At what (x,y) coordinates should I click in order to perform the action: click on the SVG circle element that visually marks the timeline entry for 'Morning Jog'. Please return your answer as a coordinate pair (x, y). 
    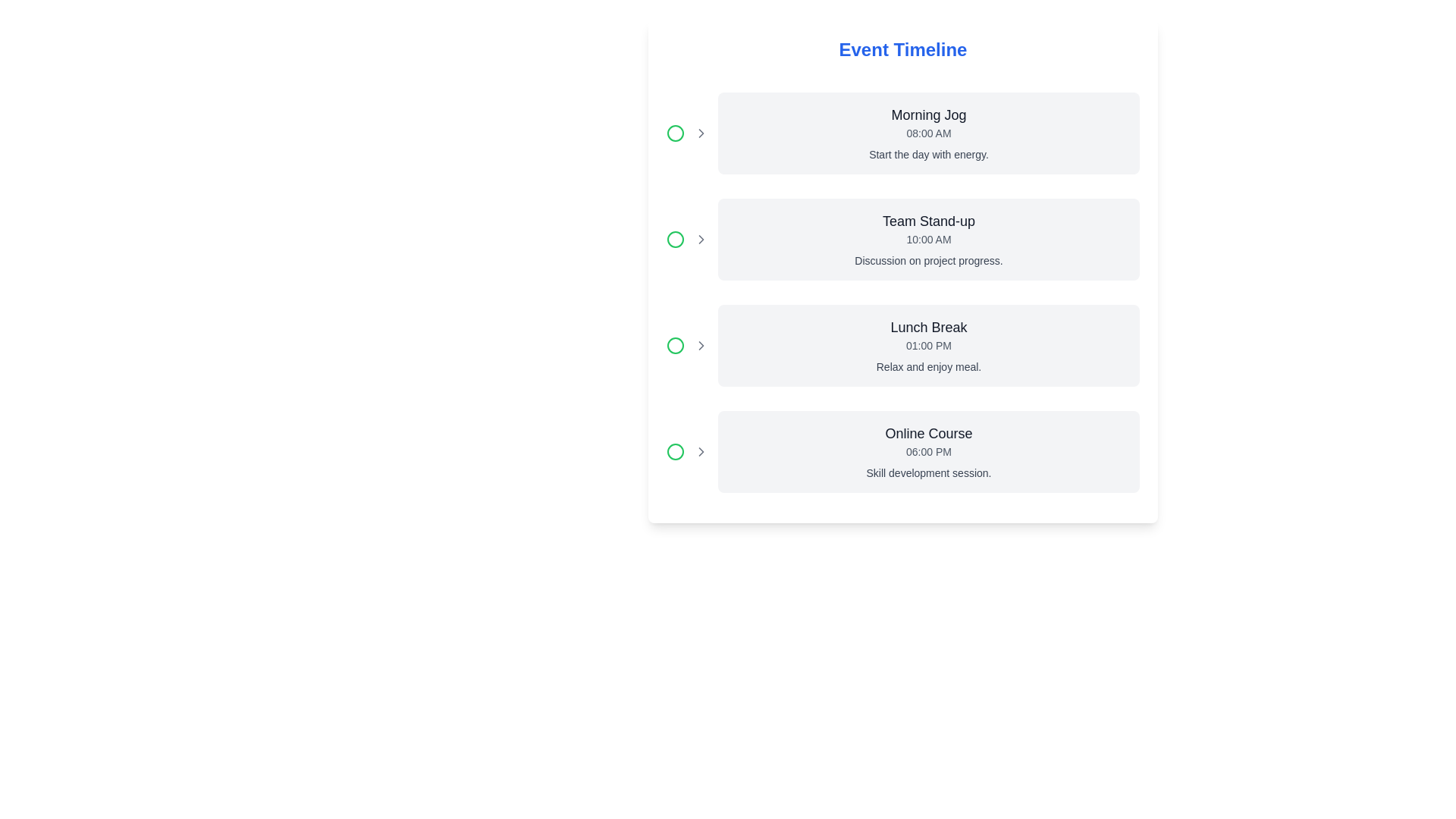
    Looking at the image, I should click on (675, 133).